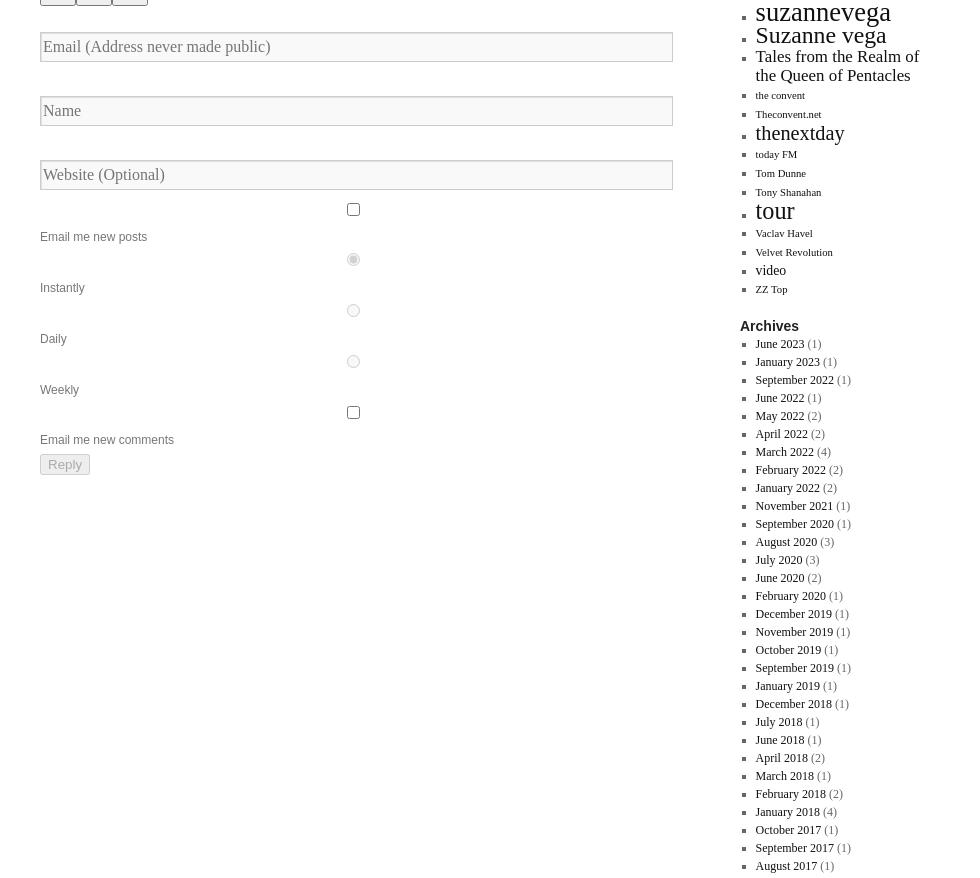 This screenshot has width=980, height=878. I want to click on 'tour', so click(774, 209).